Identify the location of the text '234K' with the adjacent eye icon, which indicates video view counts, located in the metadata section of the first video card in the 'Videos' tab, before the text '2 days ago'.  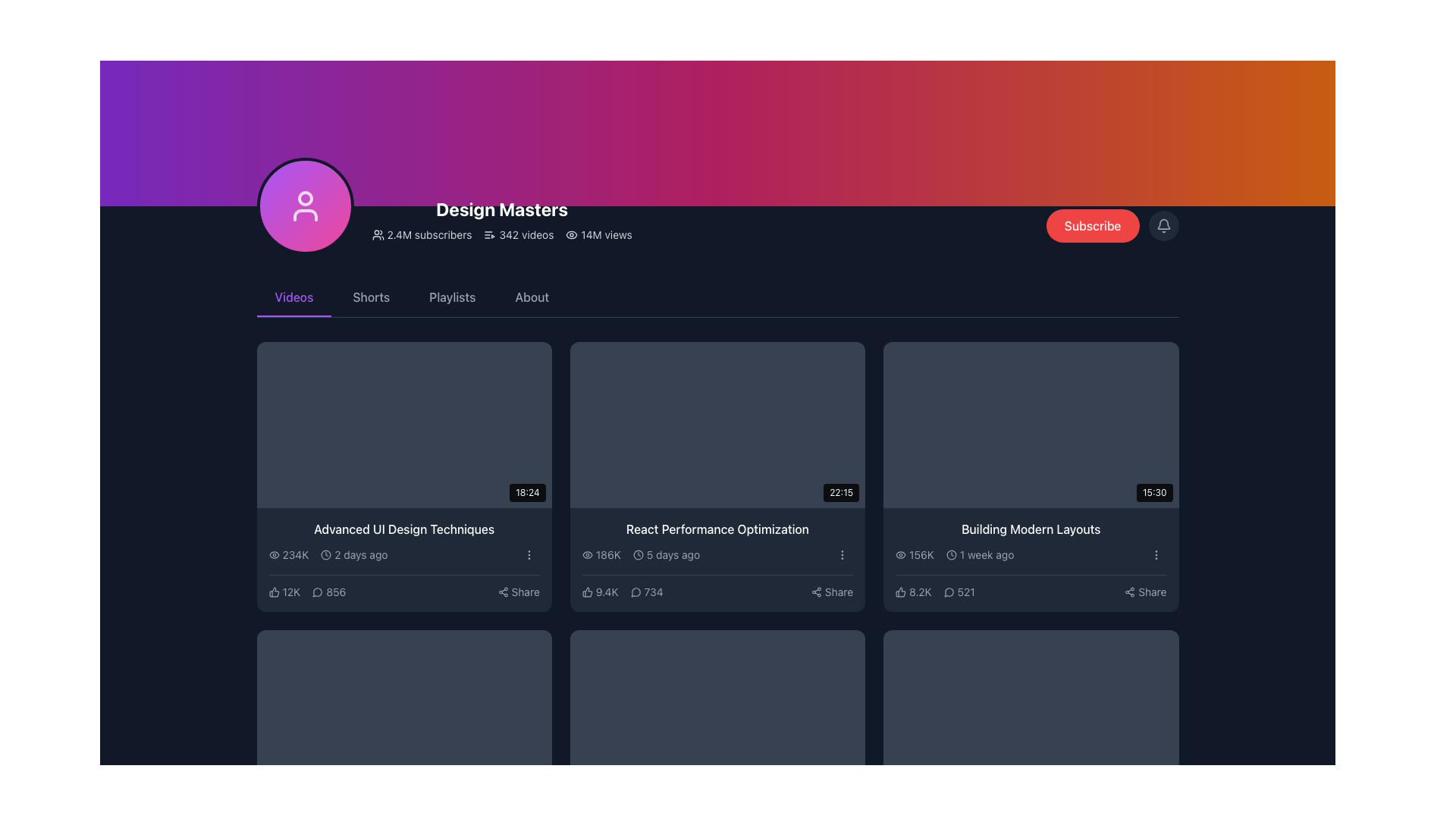
(288, 555).